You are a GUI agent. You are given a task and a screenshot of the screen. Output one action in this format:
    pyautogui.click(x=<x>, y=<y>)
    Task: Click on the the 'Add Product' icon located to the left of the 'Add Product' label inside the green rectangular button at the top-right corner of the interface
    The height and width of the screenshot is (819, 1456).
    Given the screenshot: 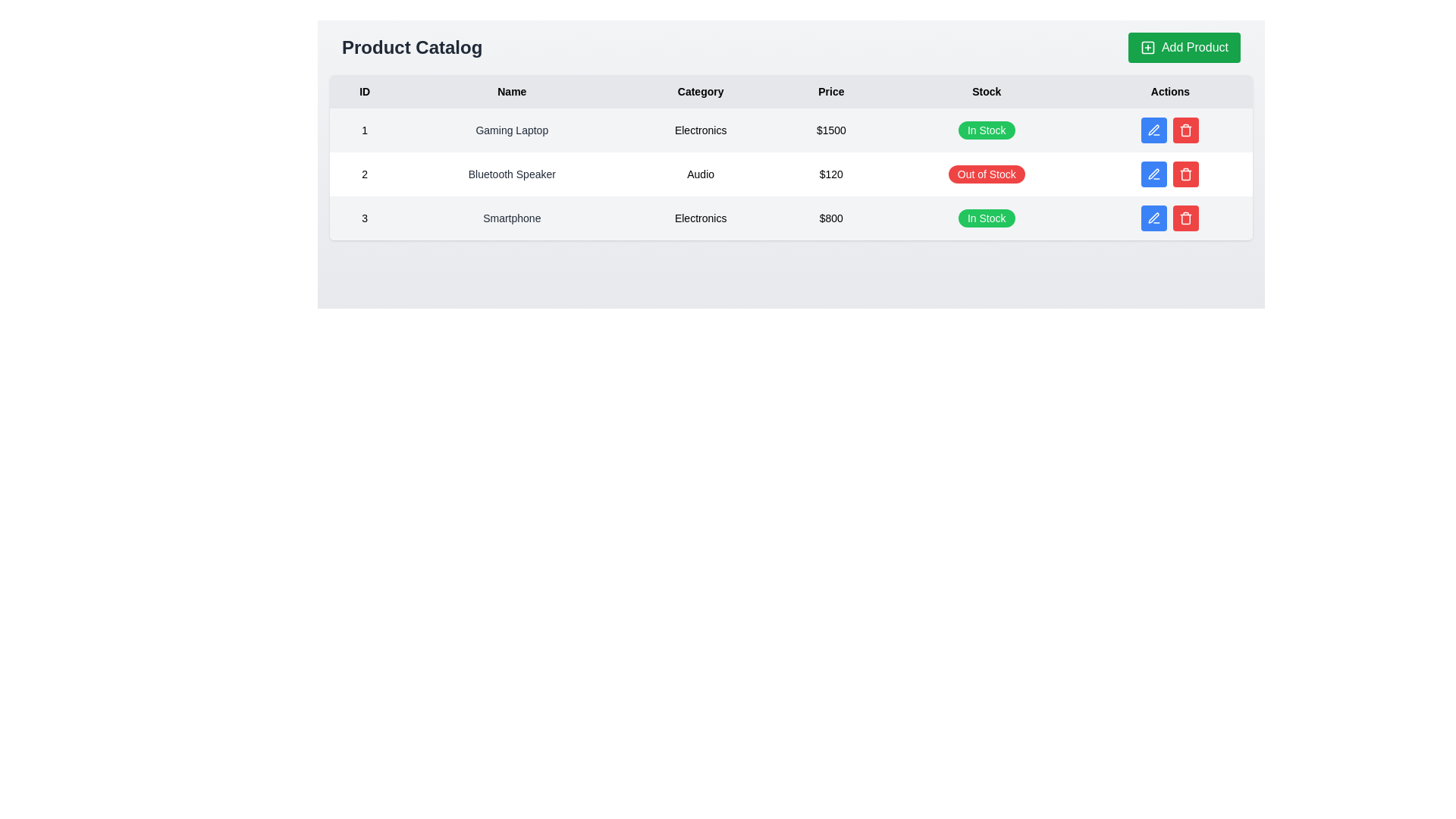 What is the action you would take?
    pyautogui.click(x=1147, y=46)
    